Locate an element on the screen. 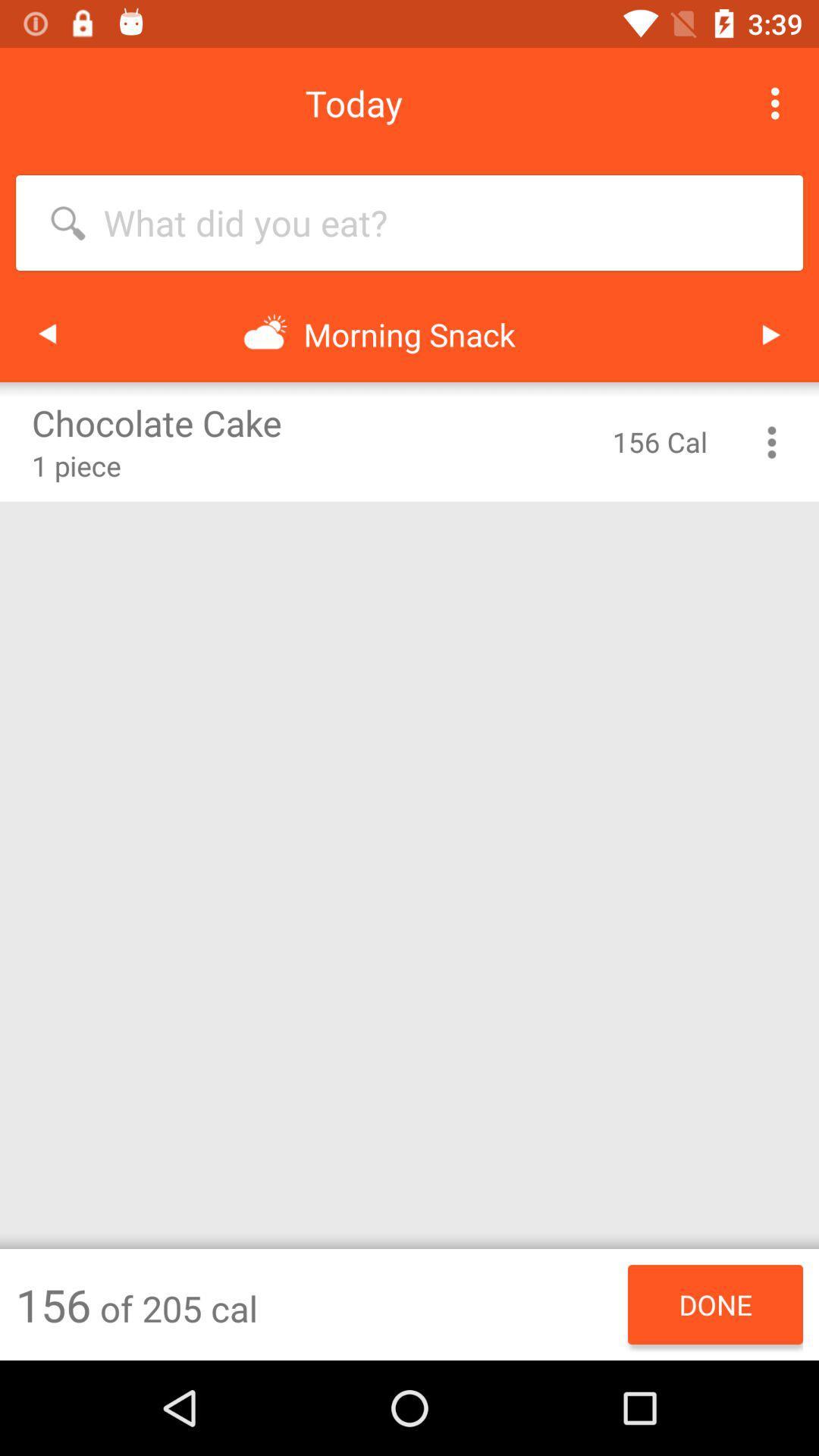  the arrow_backward icon is located at coordinates (46, 334).